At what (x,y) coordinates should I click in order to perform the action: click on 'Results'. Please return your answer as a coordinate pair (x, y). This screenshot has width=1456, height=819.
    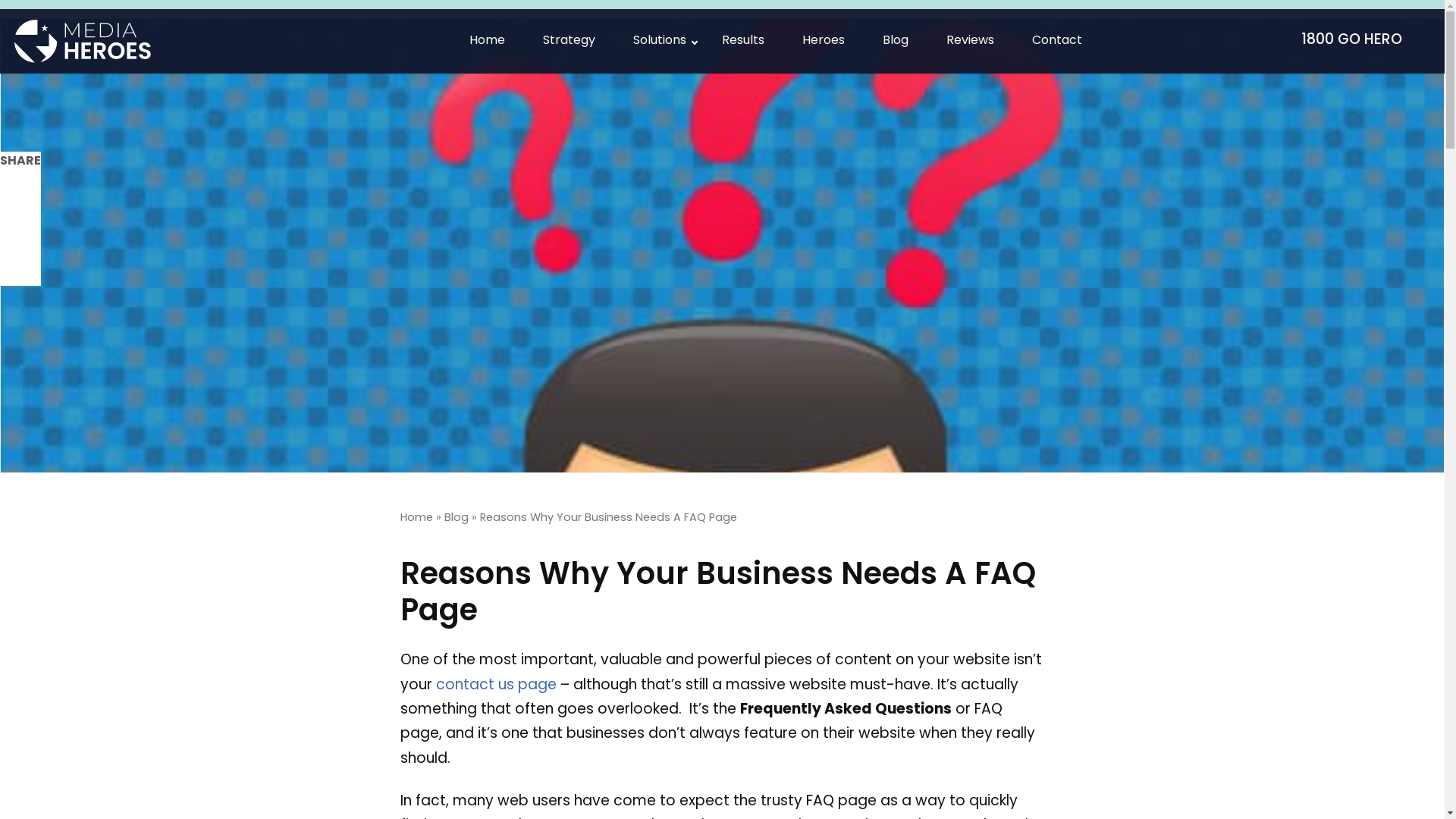
    Looking at the image, I should click on (742, 40).